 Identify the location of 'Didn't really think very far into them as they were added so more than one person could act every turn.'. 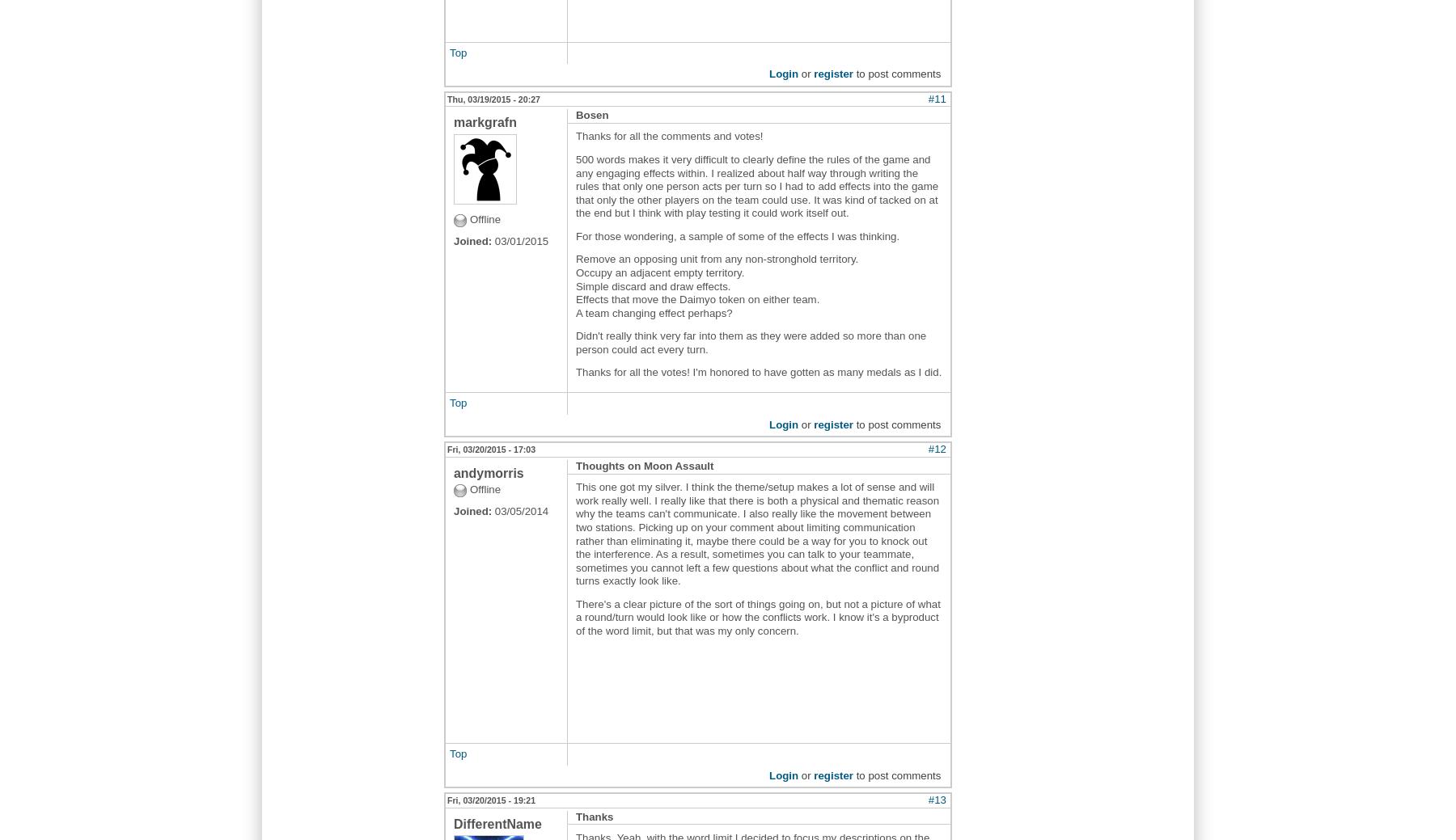
(750, 341).